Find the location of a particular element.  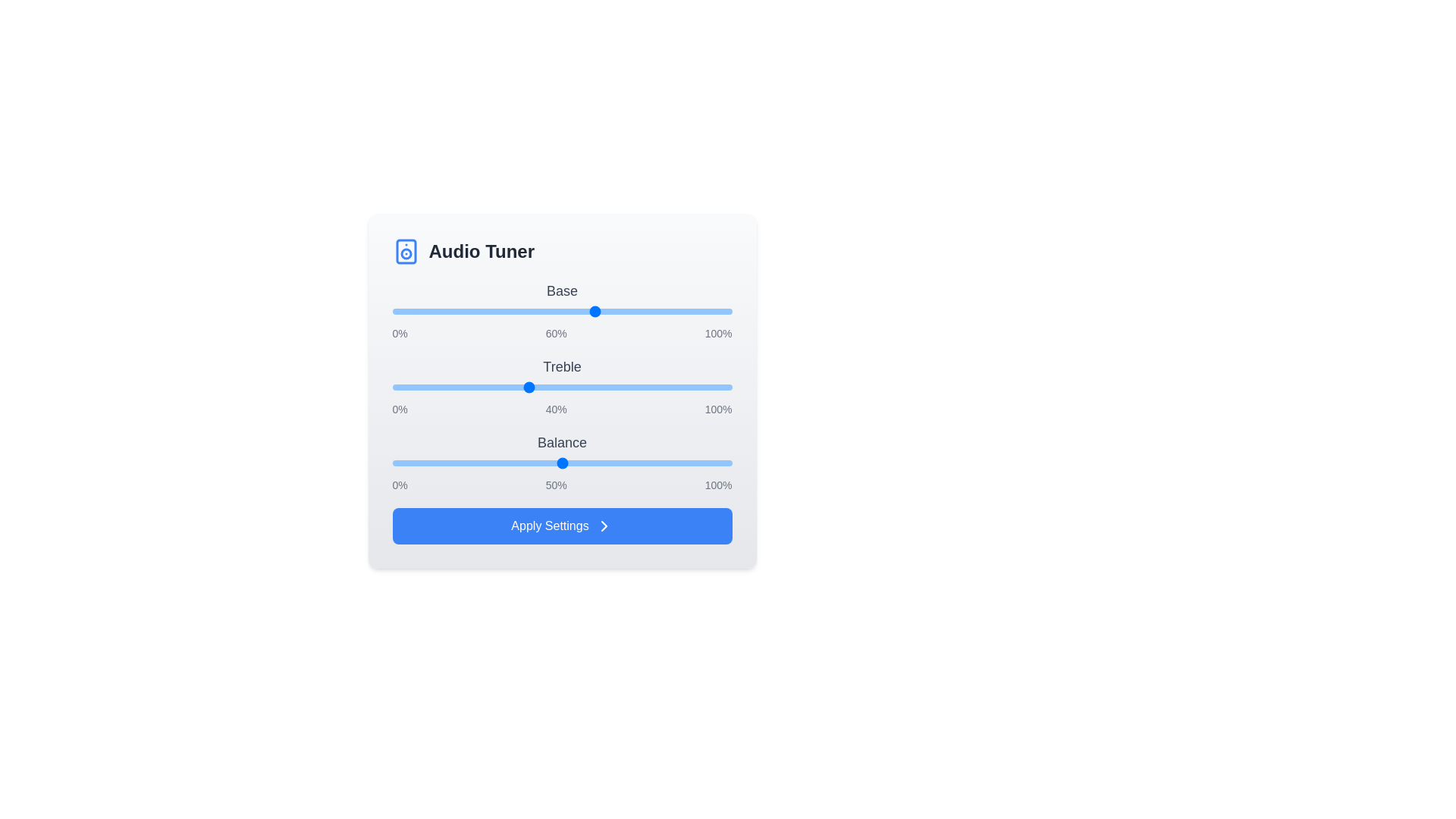

the slider to view interactivity is located at coordinates (561, 311).